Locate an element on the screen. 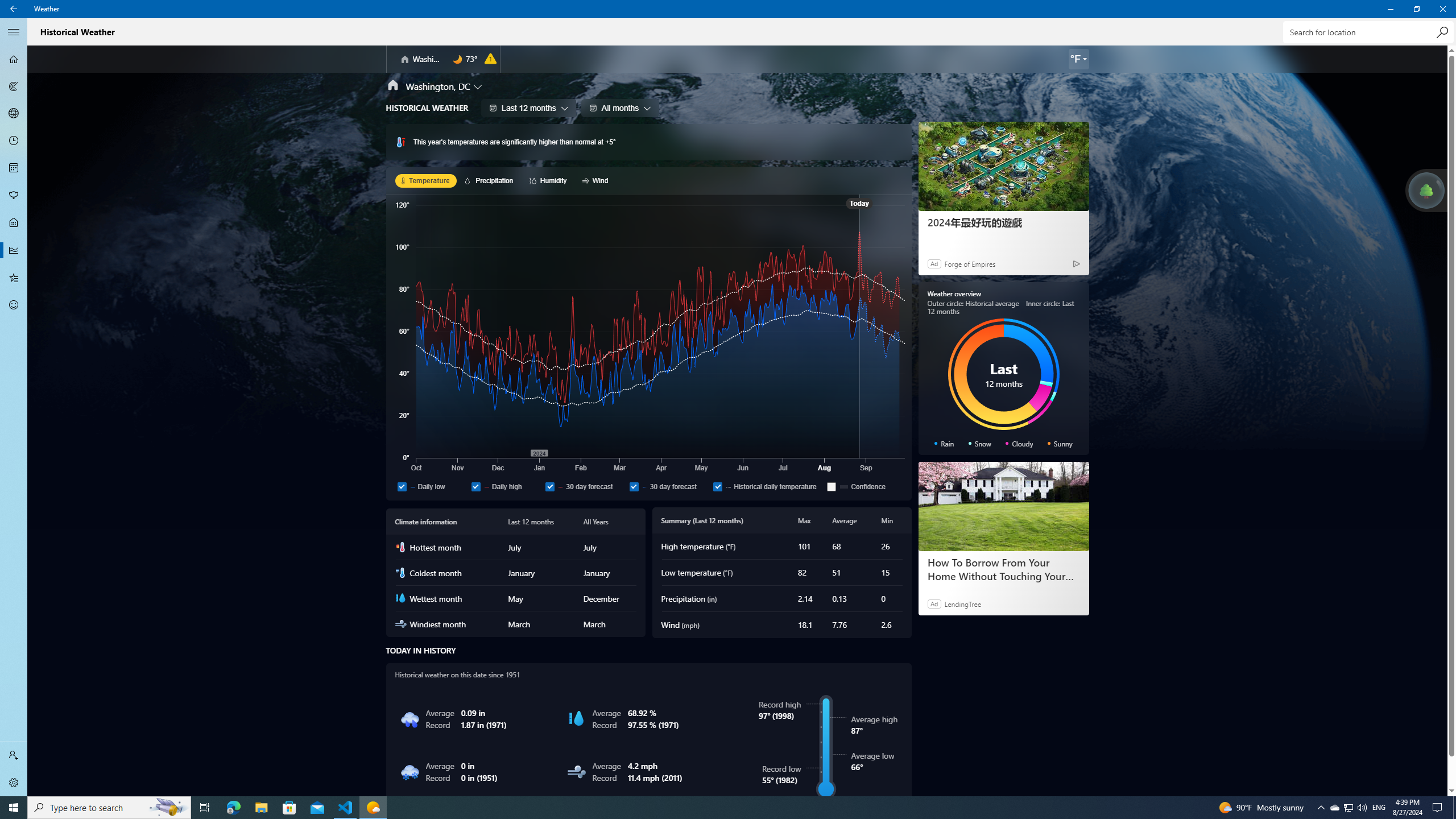  'Forecast - Not Selected' is located at coordinates (14, 59).